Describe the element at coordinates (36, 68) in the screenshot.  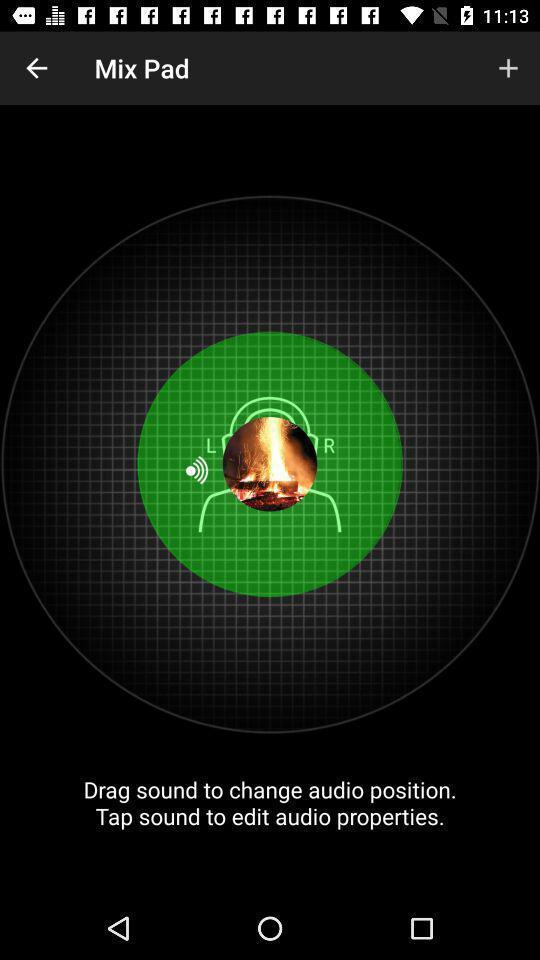
I see `item to the left of the mix pad icon` at that location.